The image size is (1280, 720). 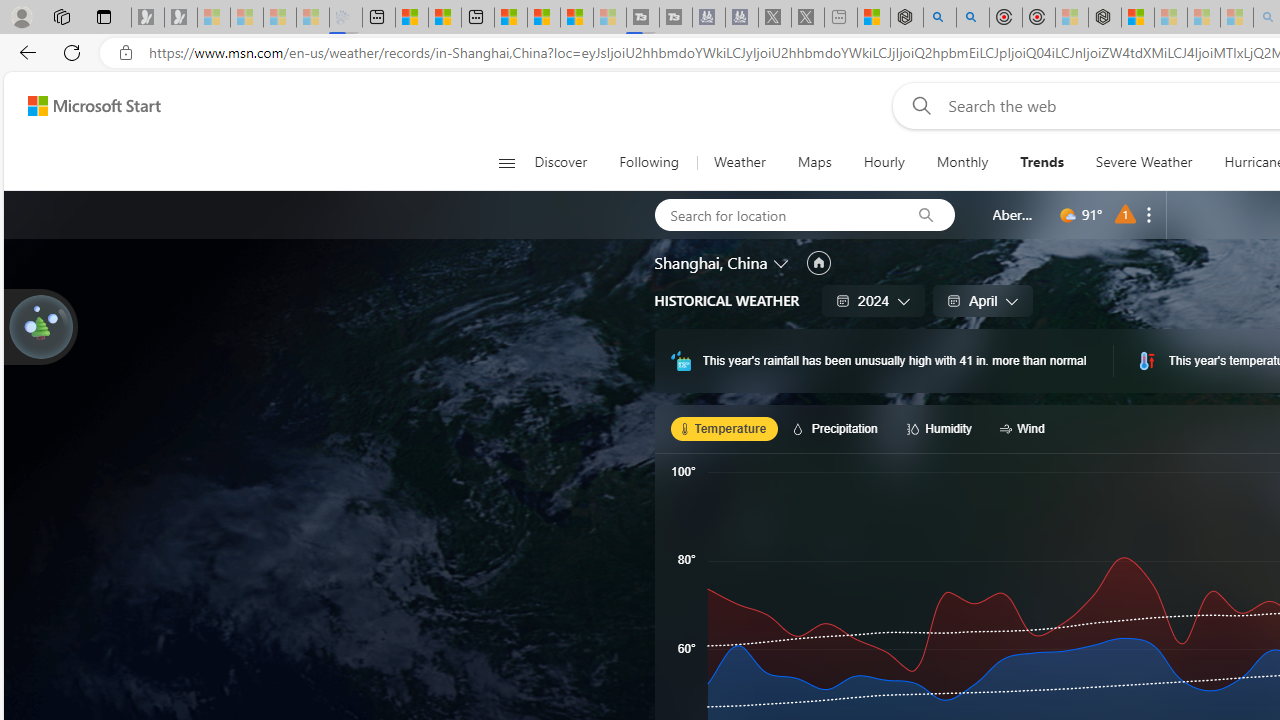 What do you see at coordinates (883, 162) in the screenshot?
I see `'Hourly'` at bounding box center [883, 162].